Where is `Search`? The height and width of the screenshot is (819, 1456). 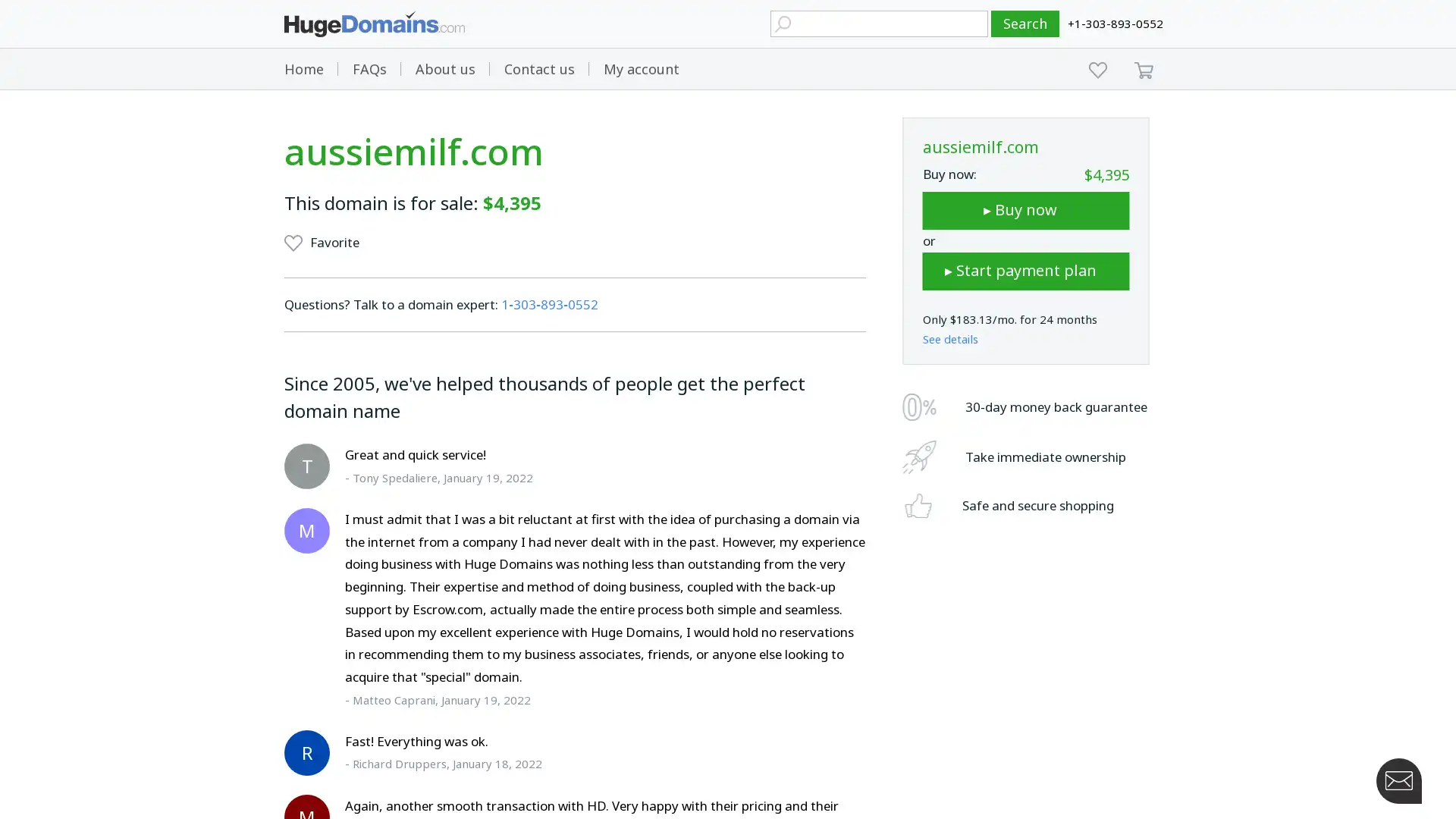 Search is located at coordinates (1025, 24).